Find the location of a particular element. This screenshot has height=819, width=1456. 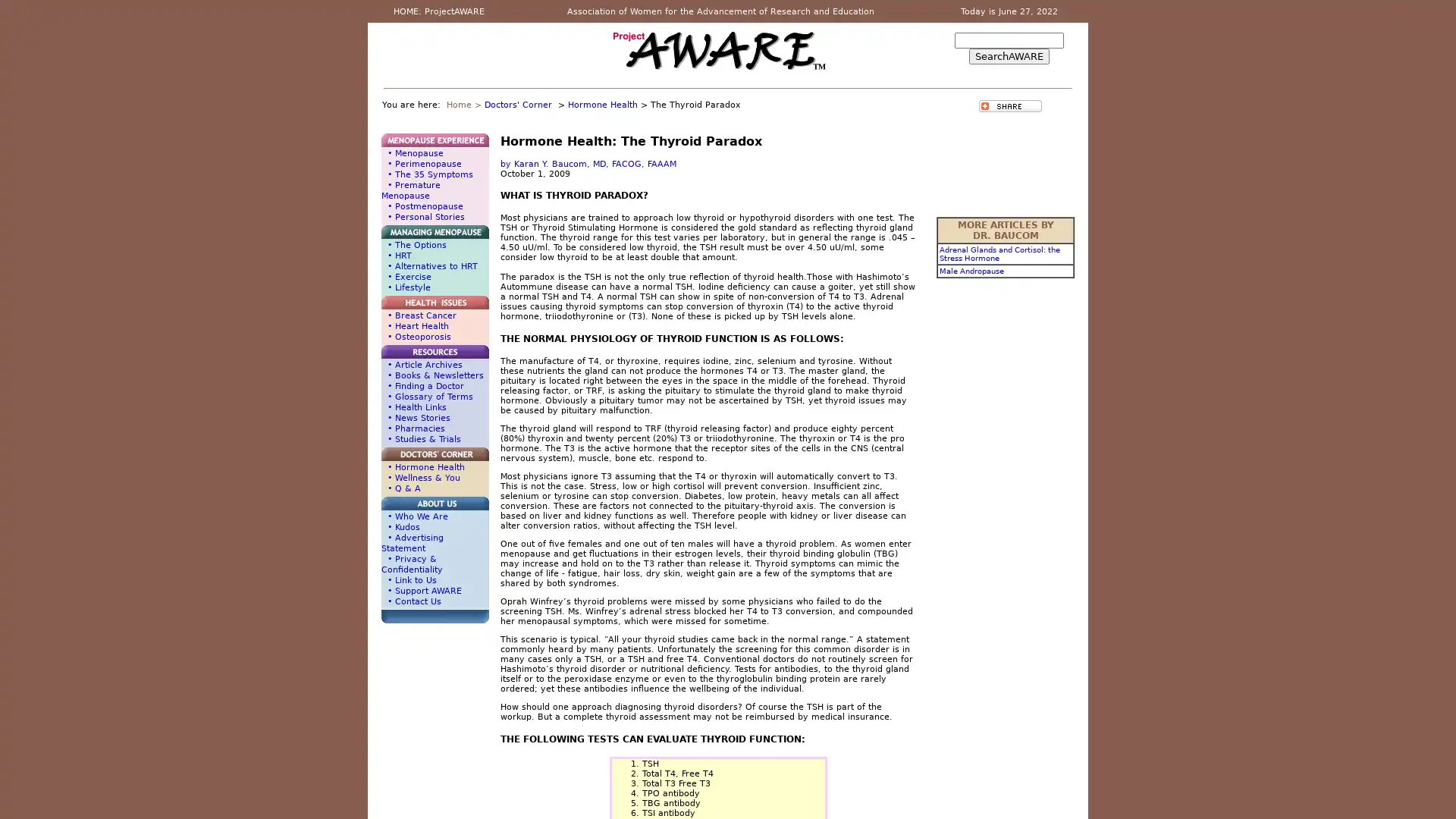

SearchAWARE is located at coordinates (1009, 55).